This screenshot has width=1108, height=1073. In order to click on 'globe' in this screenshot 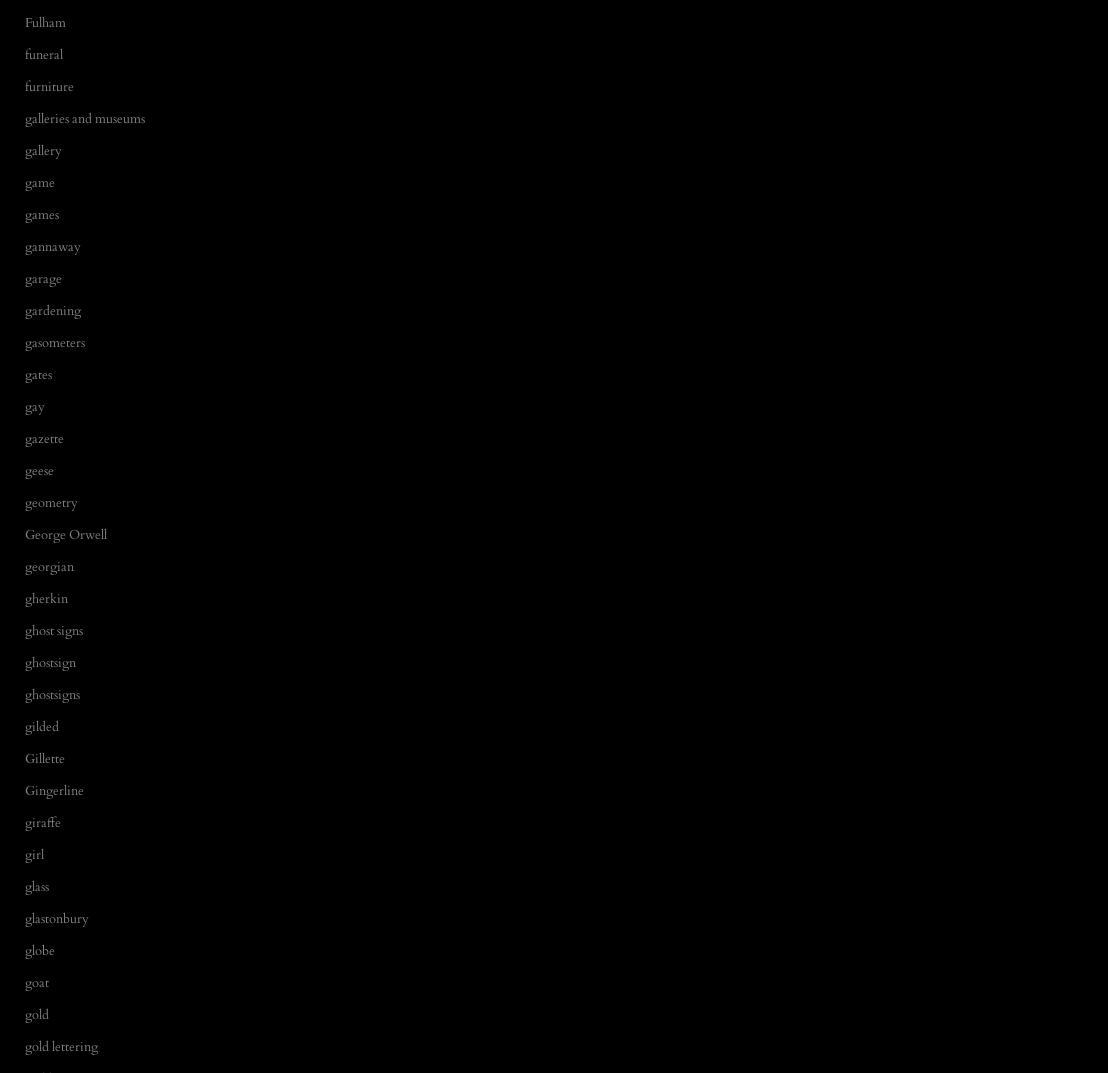, I will do `click(39, 950)`.